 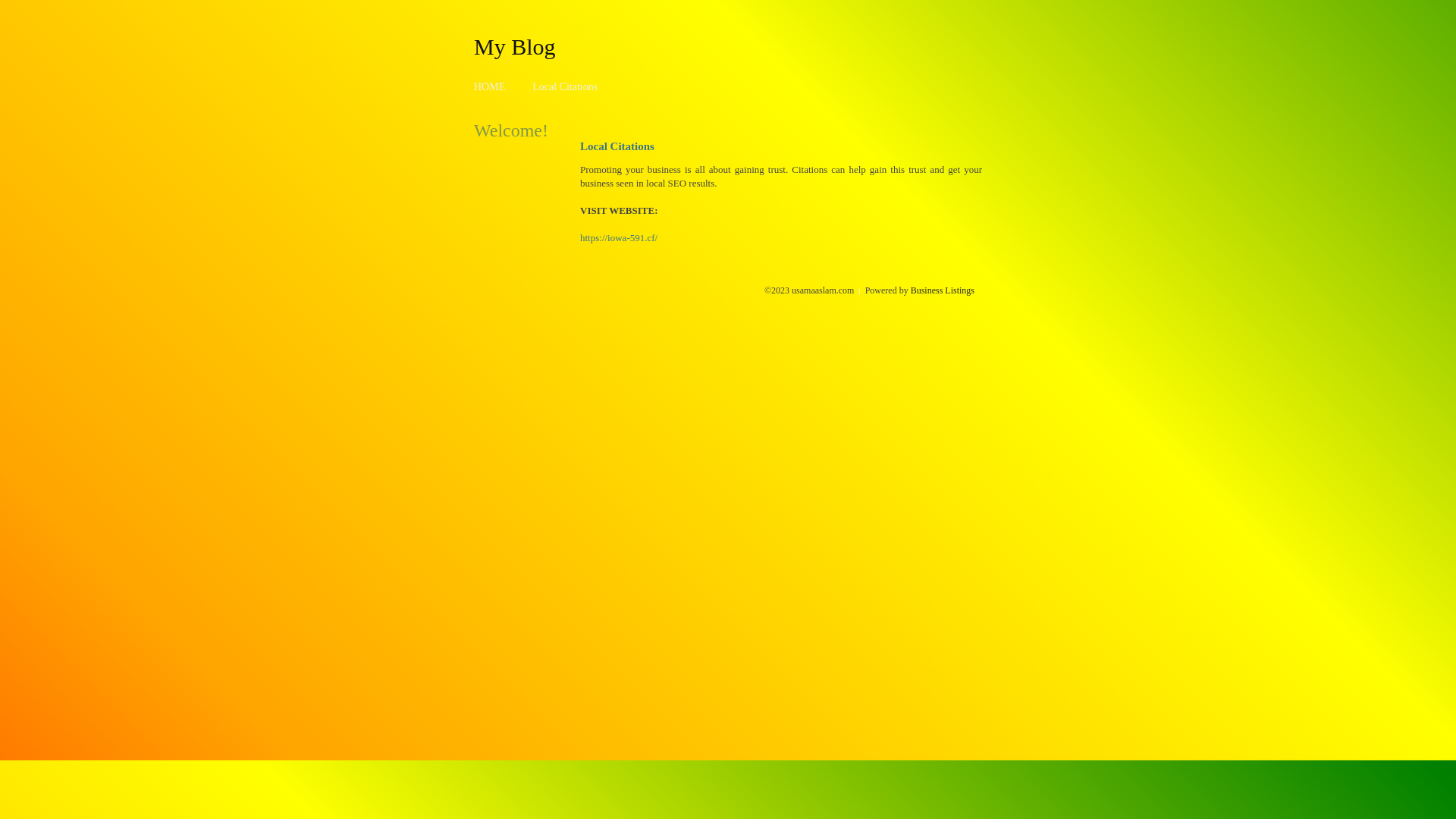 I want to click on 'HOME', so click(x=489, y=86).